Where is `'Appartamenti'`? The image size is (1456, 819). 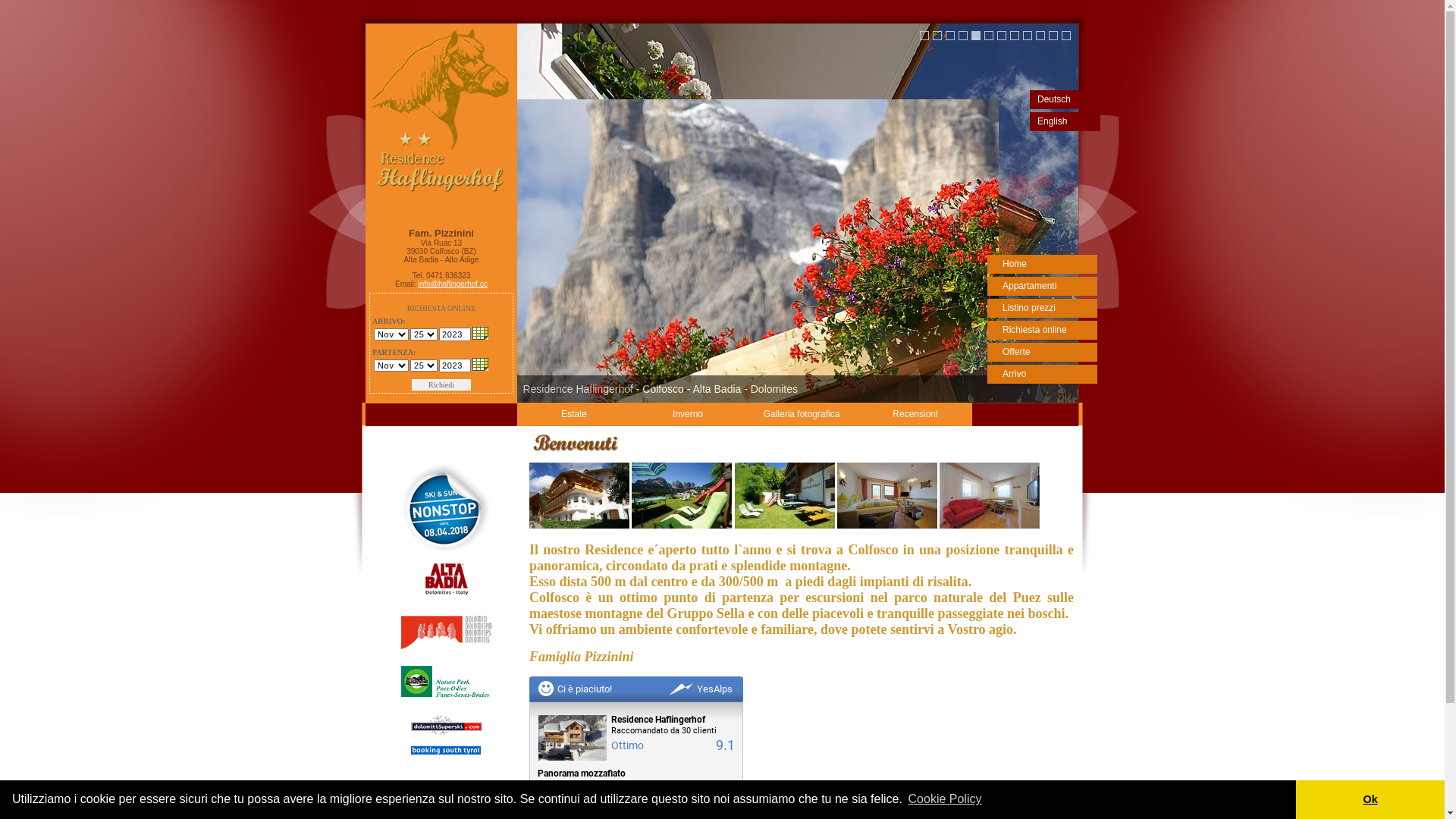
'Appartamenti' is located at coordinates (1041, 286).